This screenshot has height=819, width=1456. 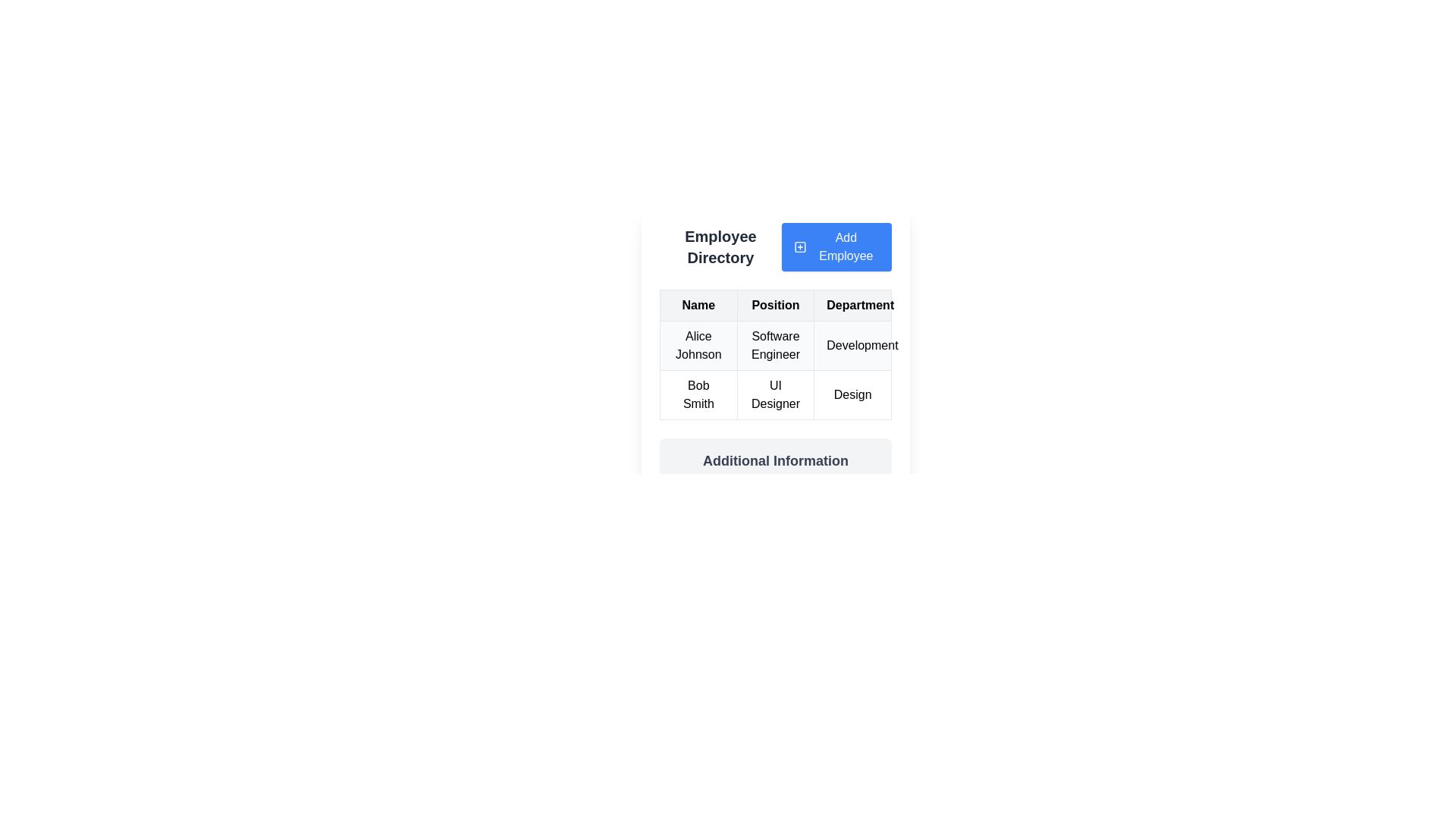 What do you see at coordinates (775, 394) in the screenshot?
I see `the label displaying 'UI Designer'` at bounding box center [775, 394].